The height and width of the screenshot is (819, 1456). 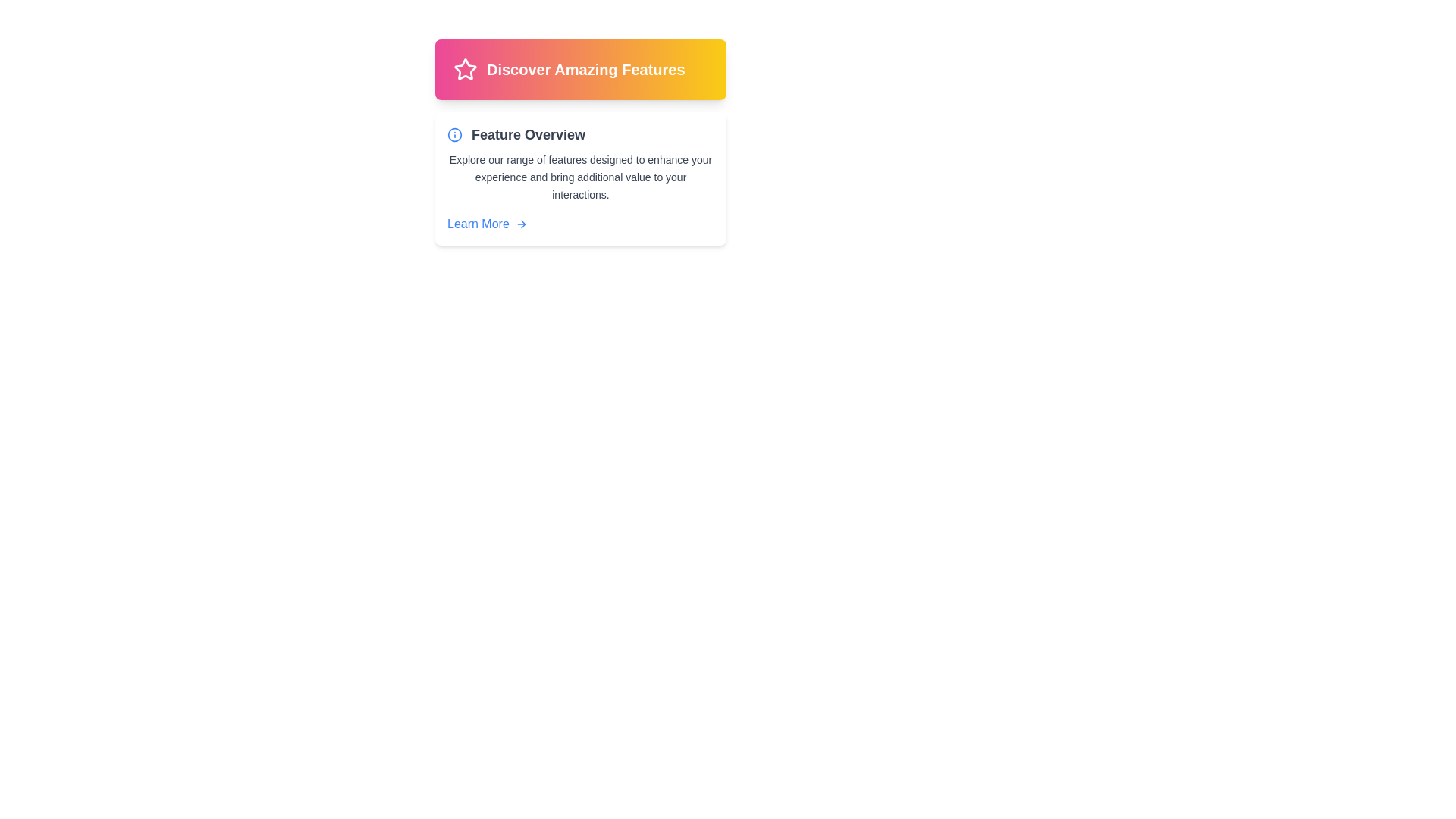 What do you see at coordinates (454, 133) in the screenshot?
I see `the circular icon located to the left of the 'Feature Overview' title, which is part of a larger graphic element` at bounding box center [454, 133].